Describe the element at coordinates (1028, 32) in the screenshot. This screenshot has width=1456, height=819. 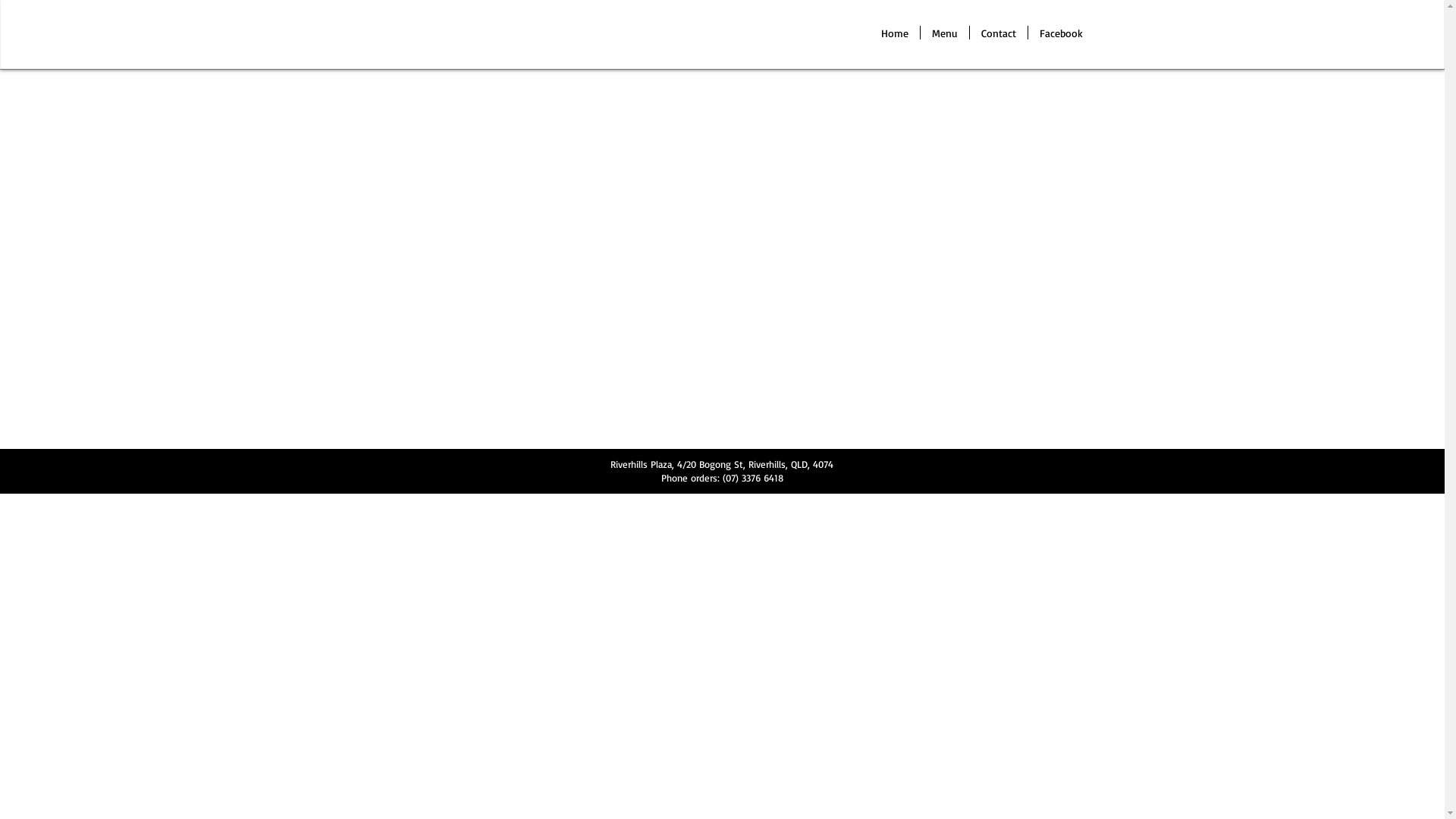
I see `'Facebook'` at that location.